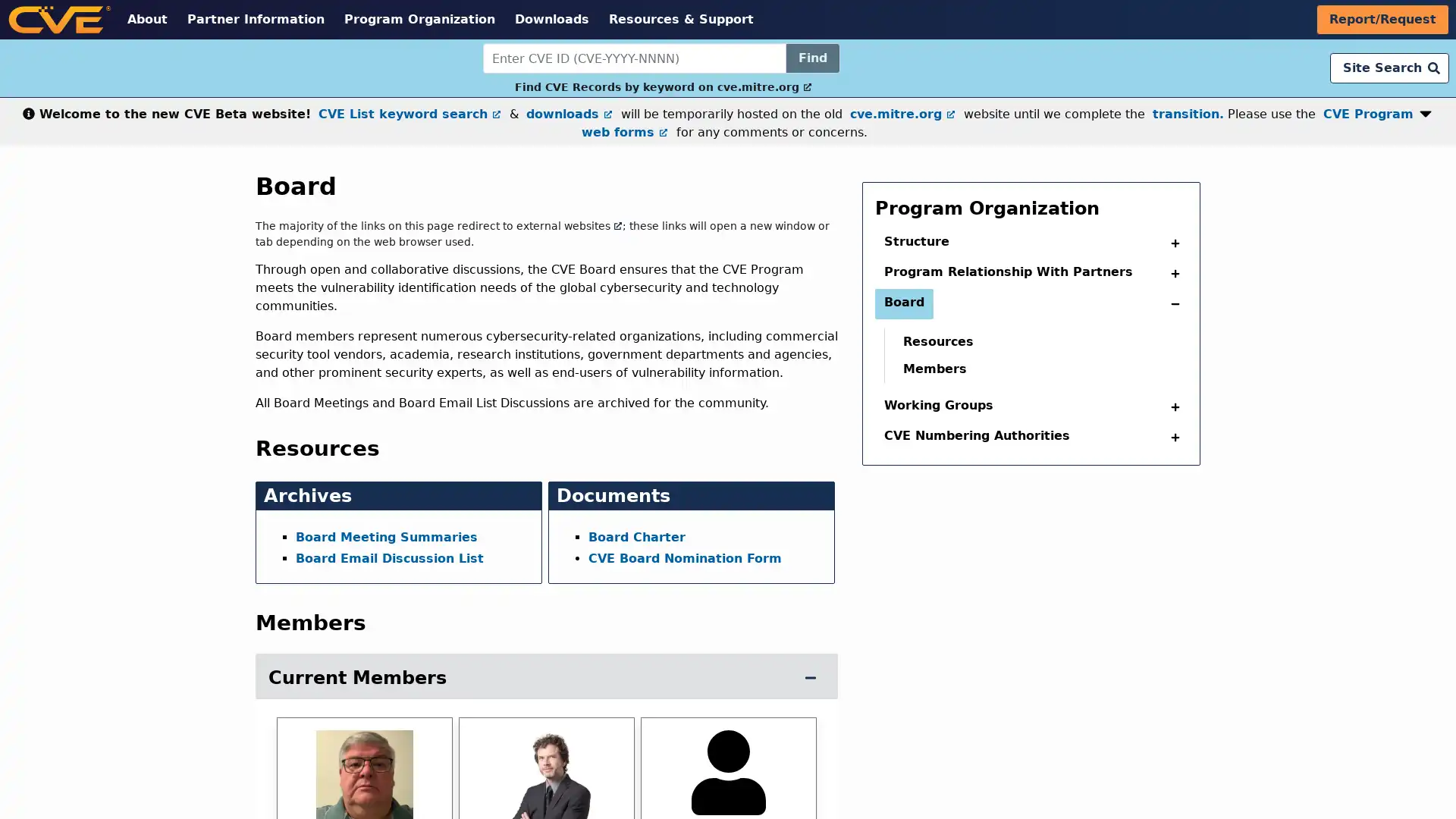 This screenshot has height=819, width=1456. Describe the element at coordinates (810, 677) in the screenshot. I see `expandCollapseCurrentMembers` at that location.